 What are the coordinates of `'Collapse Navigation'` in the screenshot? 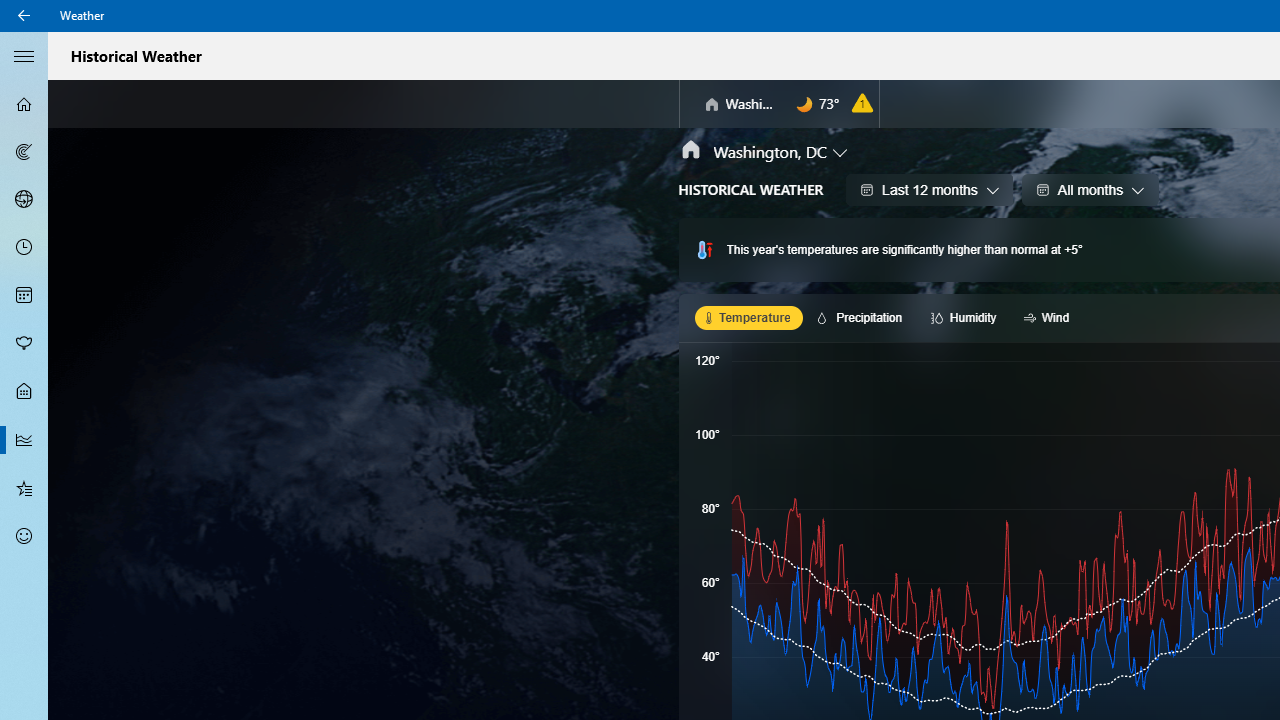 It's located at (24, 54).